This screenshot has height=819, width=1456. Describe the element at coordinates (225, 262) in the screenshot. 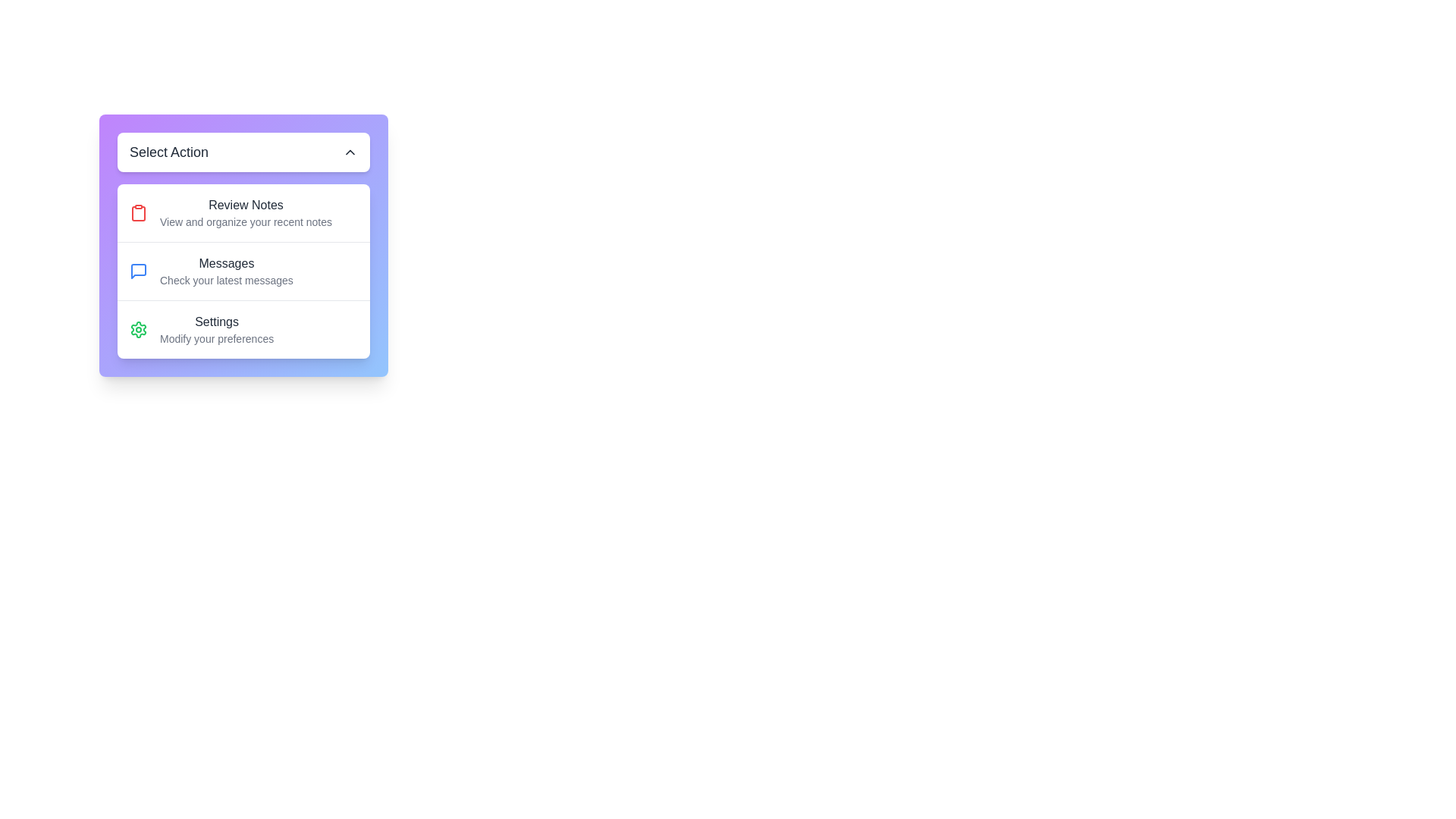

I see `the text label displaying 'Messages' that is part of a menu option, located above the smaller descriptive text 'Check your latest messages'` at that location.